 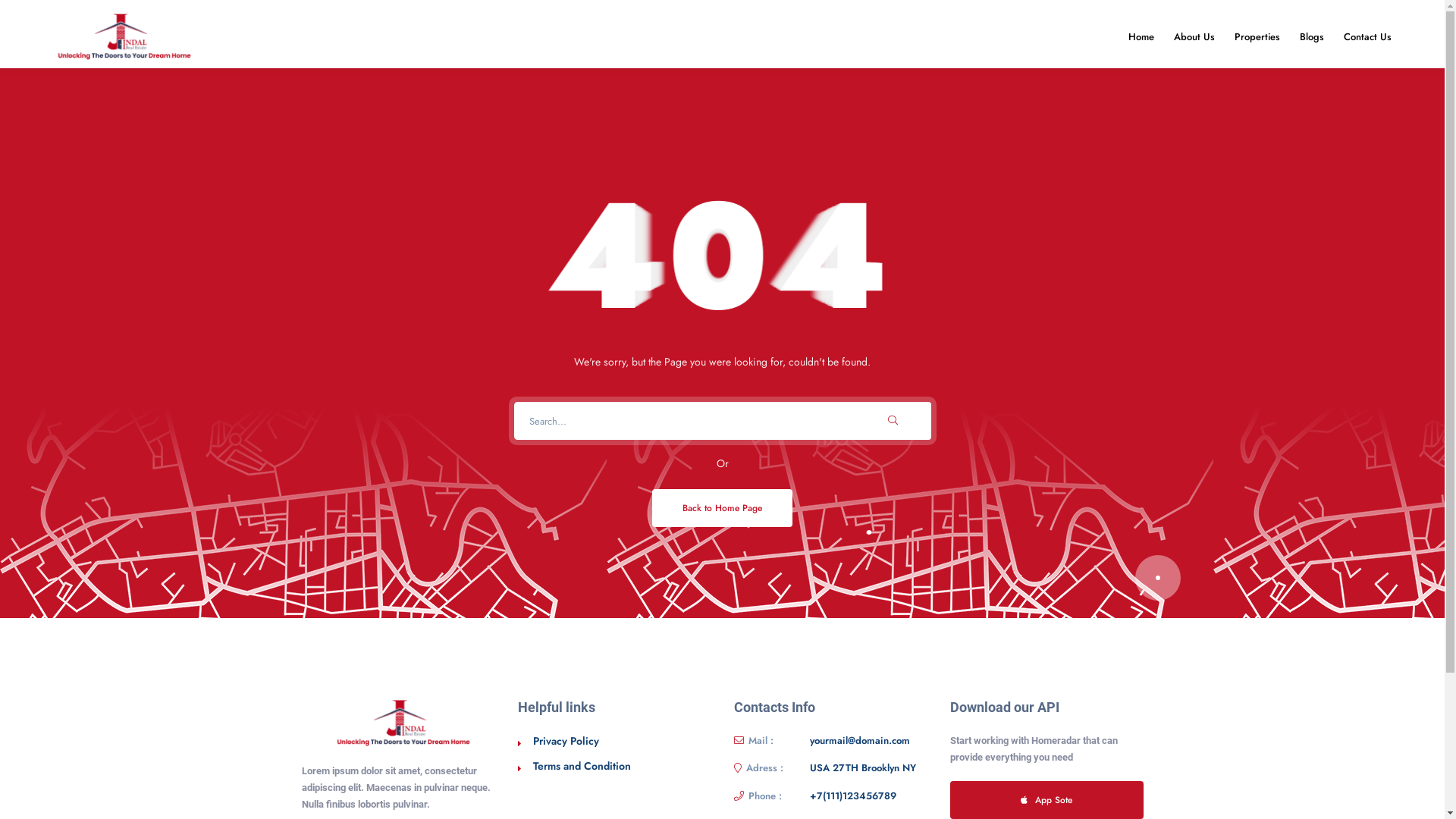 What do you see at coordinates (1193, 36) in the screenshot?
I see `'About Us'` at bounding box center [1193, 36].